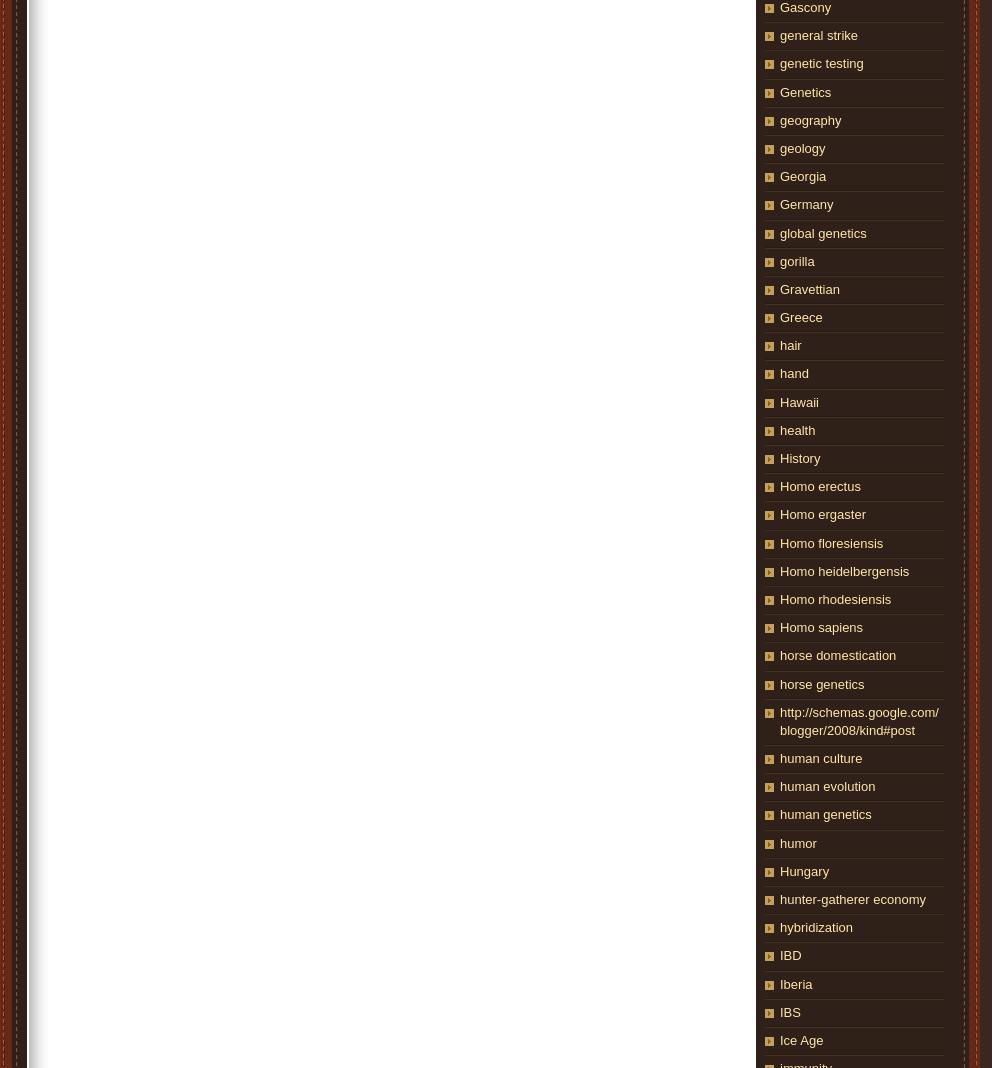 This screenshot has height=1068, width=992. Describe the element at coordinates (834, 597) in the screenshot. I see `'Homo rhodesiensis'` at that location.